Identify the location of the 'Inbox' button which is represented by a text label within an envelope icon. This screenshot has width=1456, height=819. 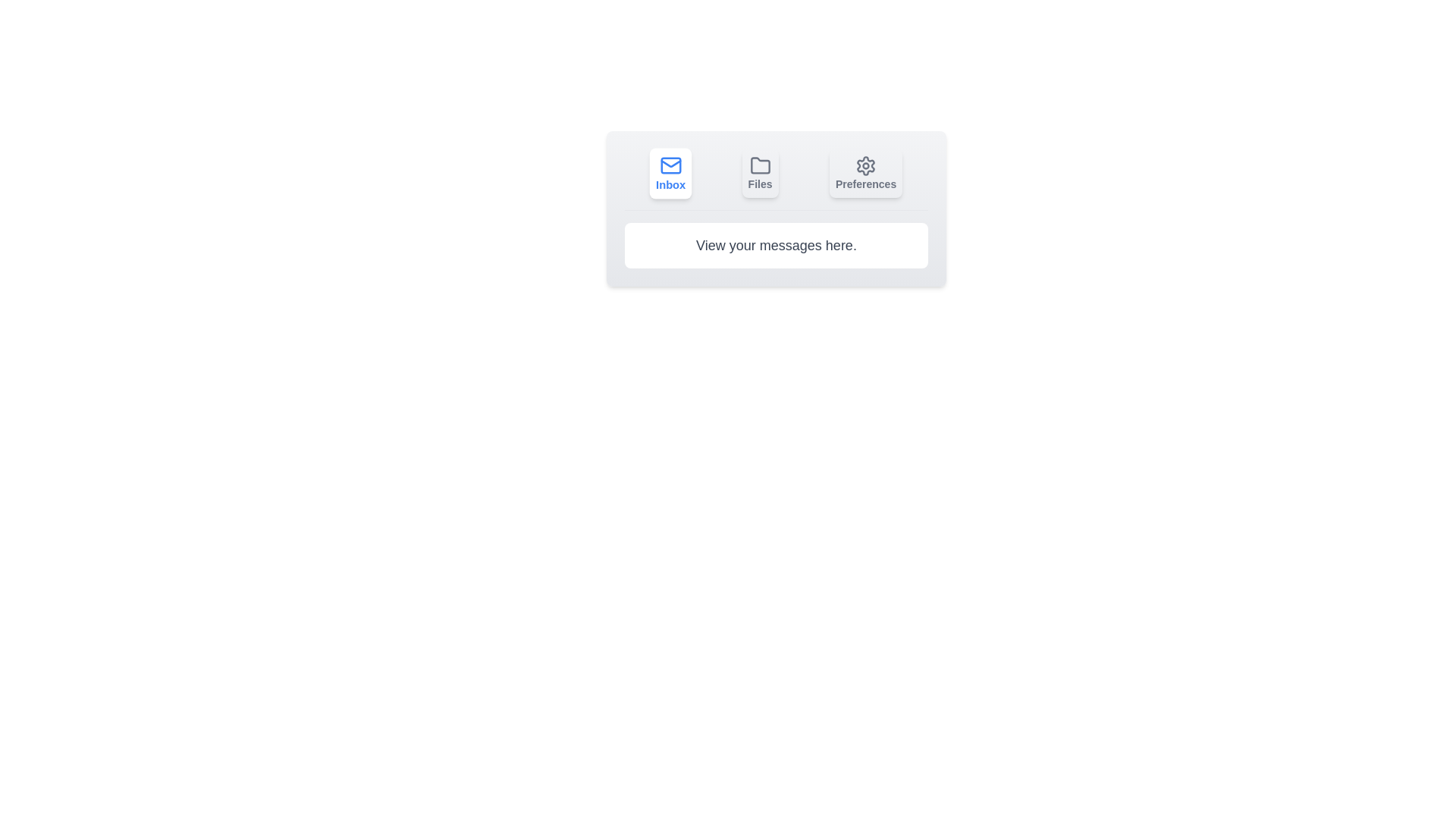
(670, 184).